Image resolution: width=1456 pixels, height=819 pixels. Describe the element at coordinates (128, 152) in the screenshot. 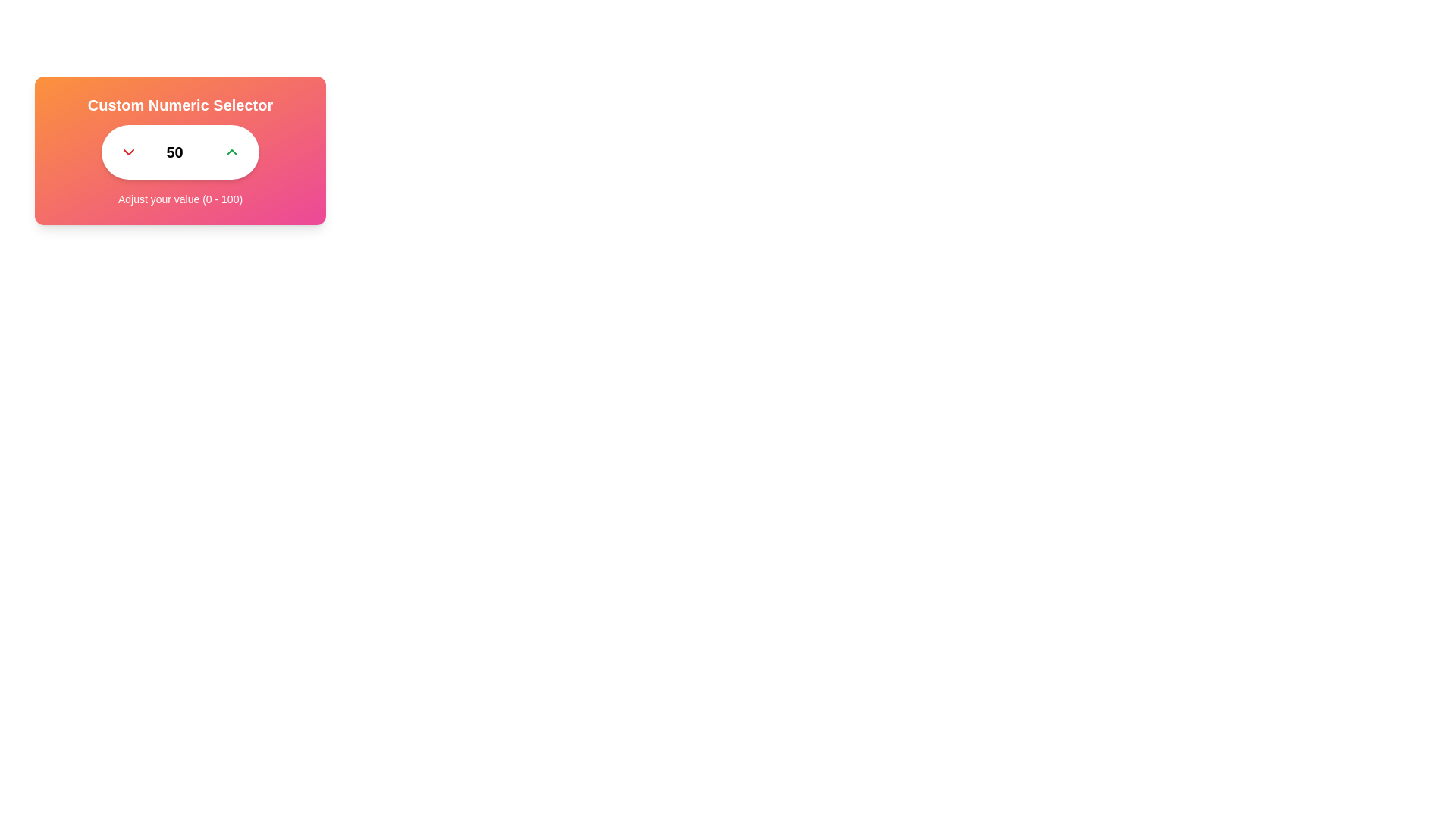

I see `the button with a downward arrow icon to decrease the numeric value displayed in the adjacent input field` at that location.